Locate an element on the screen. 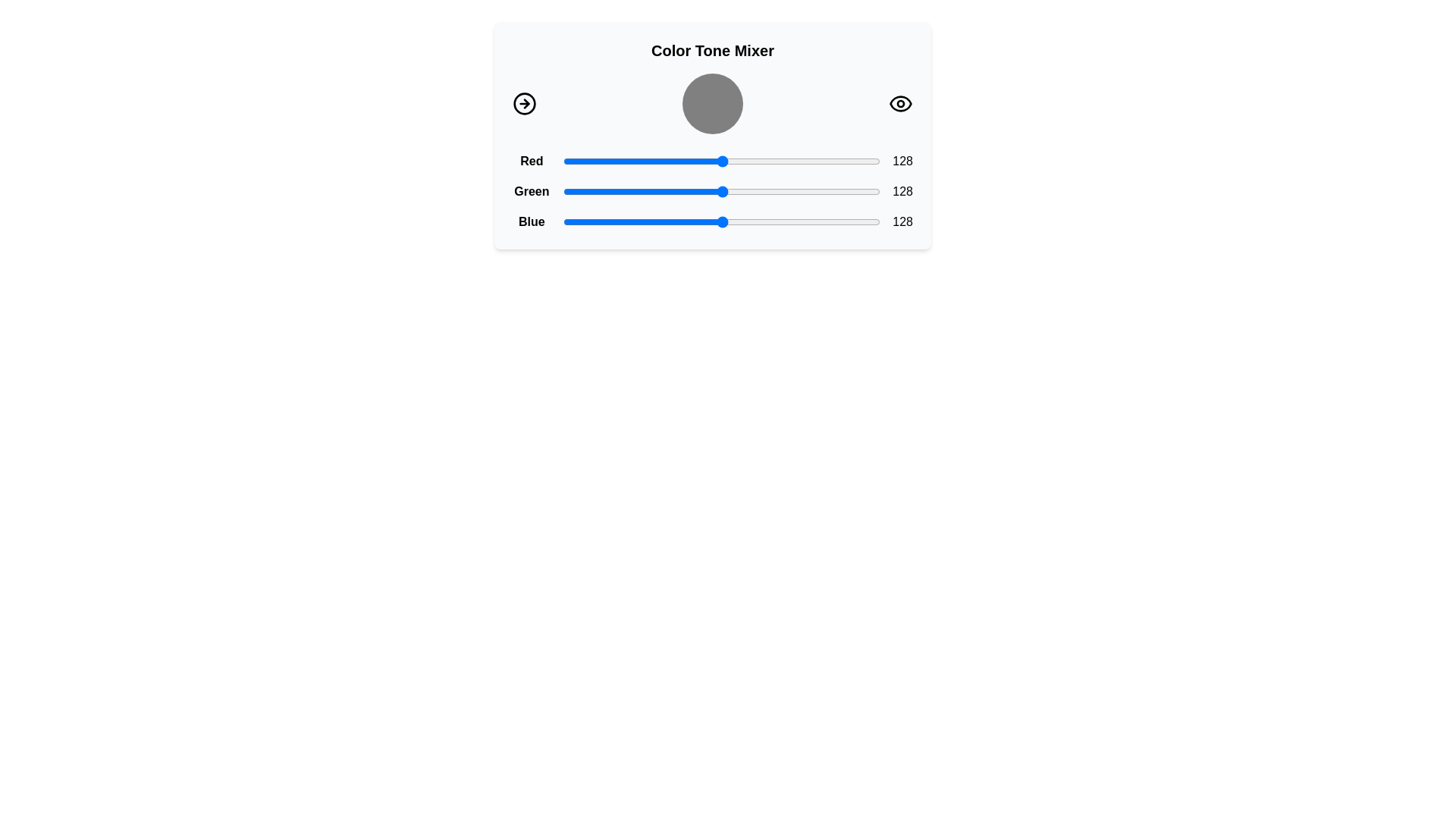 The width and height of the screenshot is (1456, 819). the slider value is located at coordinates (667, 222).